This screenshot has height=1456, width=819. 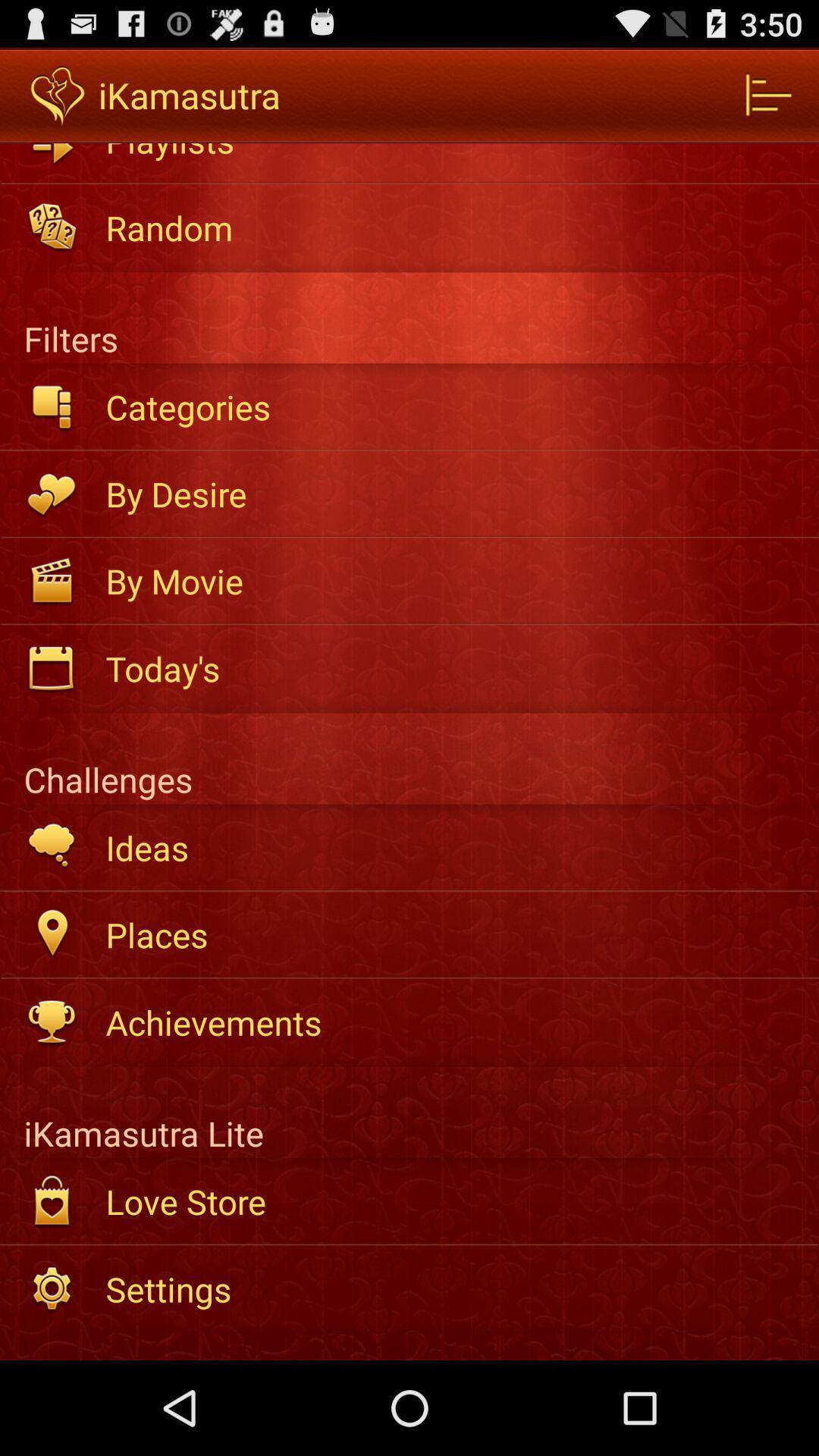 What do you see at coordinates (451, 934) in the screenshot?
I see `app below ideas item` at bounding box center [451, 934].